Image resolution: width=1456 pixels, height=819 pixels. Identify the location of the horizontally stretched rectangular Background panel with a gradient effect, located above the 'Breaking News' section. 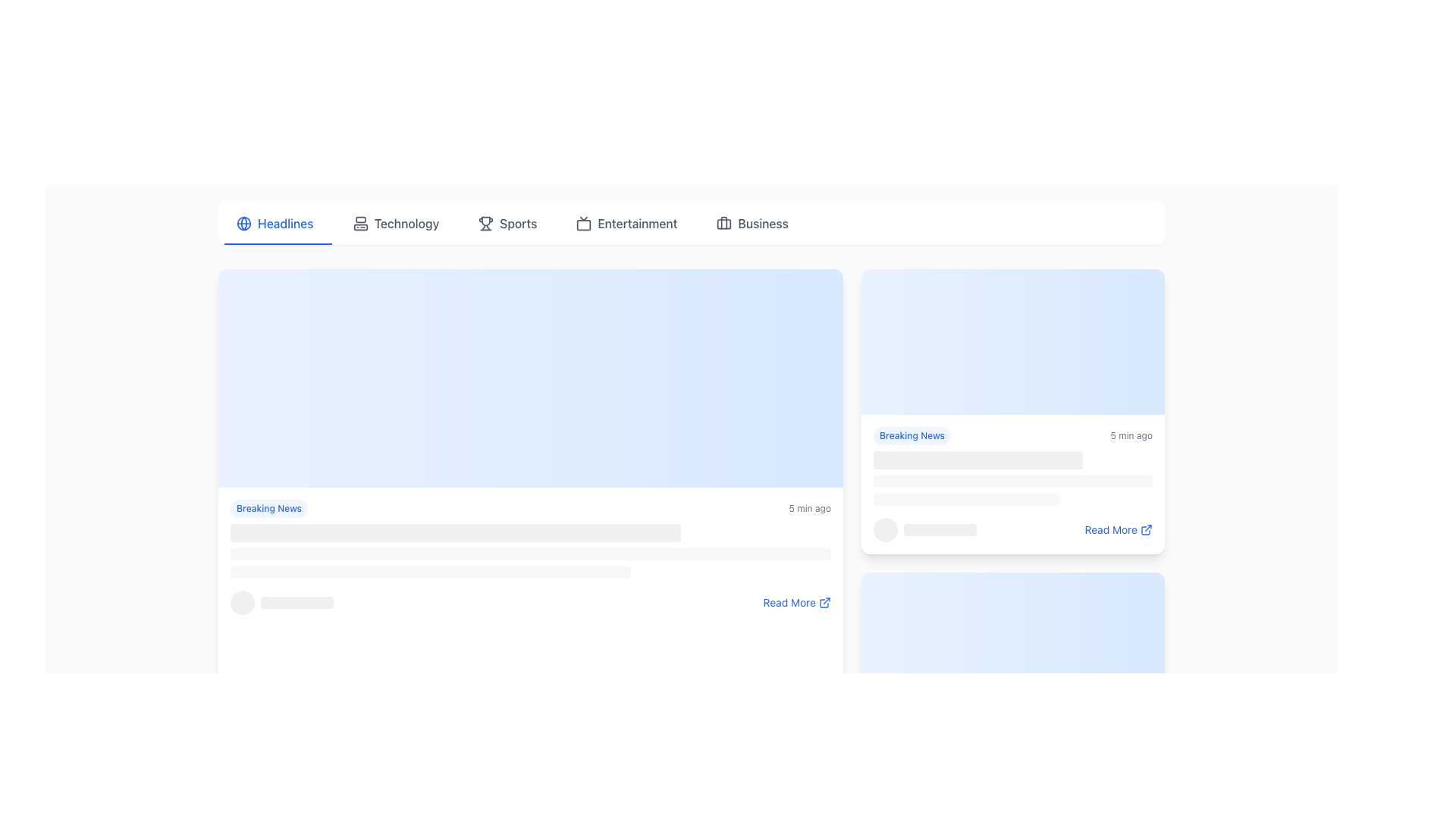
(531, 377).